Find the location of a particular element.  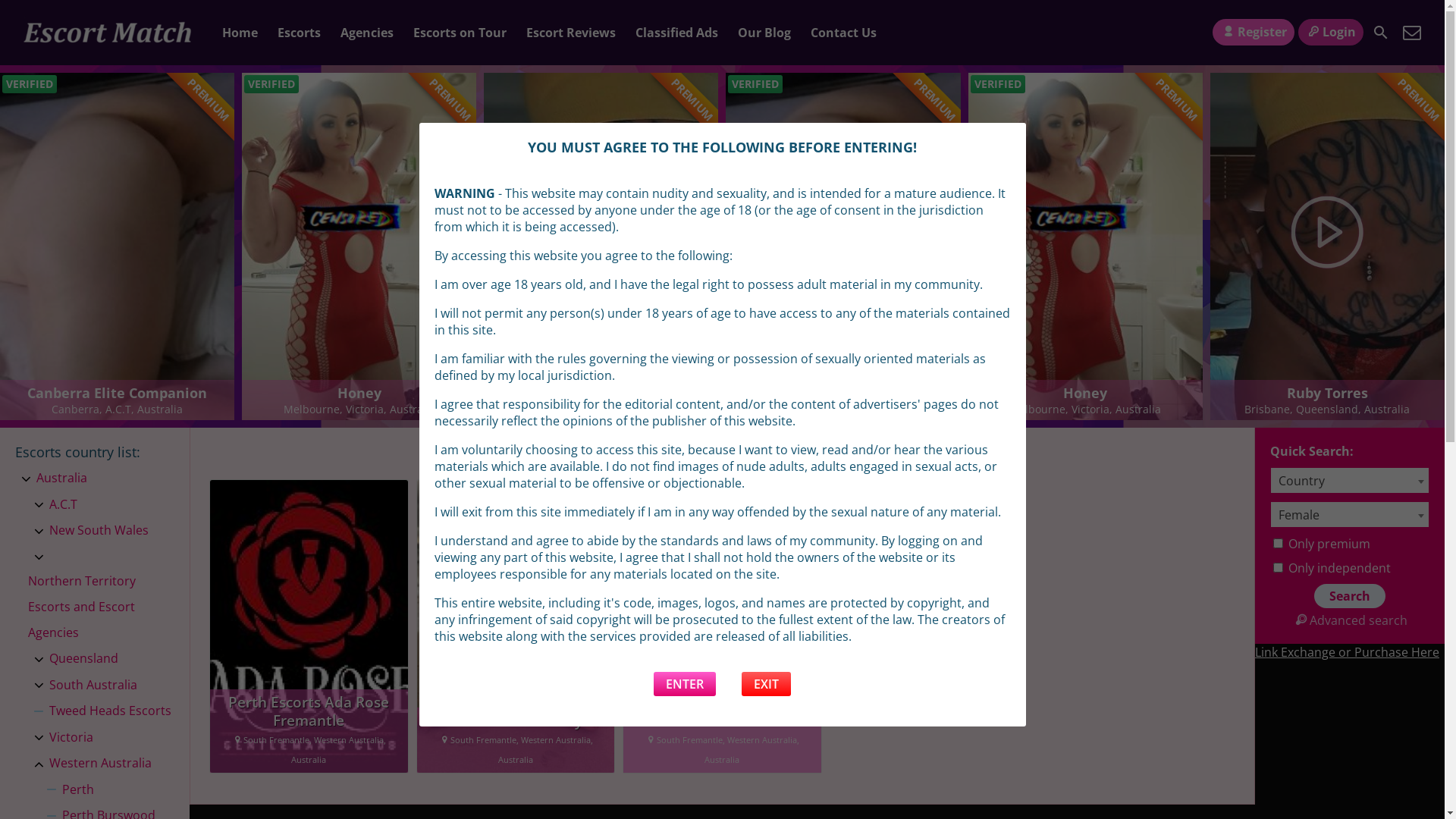

'Western Australia' is located at coordinates (99, 763).